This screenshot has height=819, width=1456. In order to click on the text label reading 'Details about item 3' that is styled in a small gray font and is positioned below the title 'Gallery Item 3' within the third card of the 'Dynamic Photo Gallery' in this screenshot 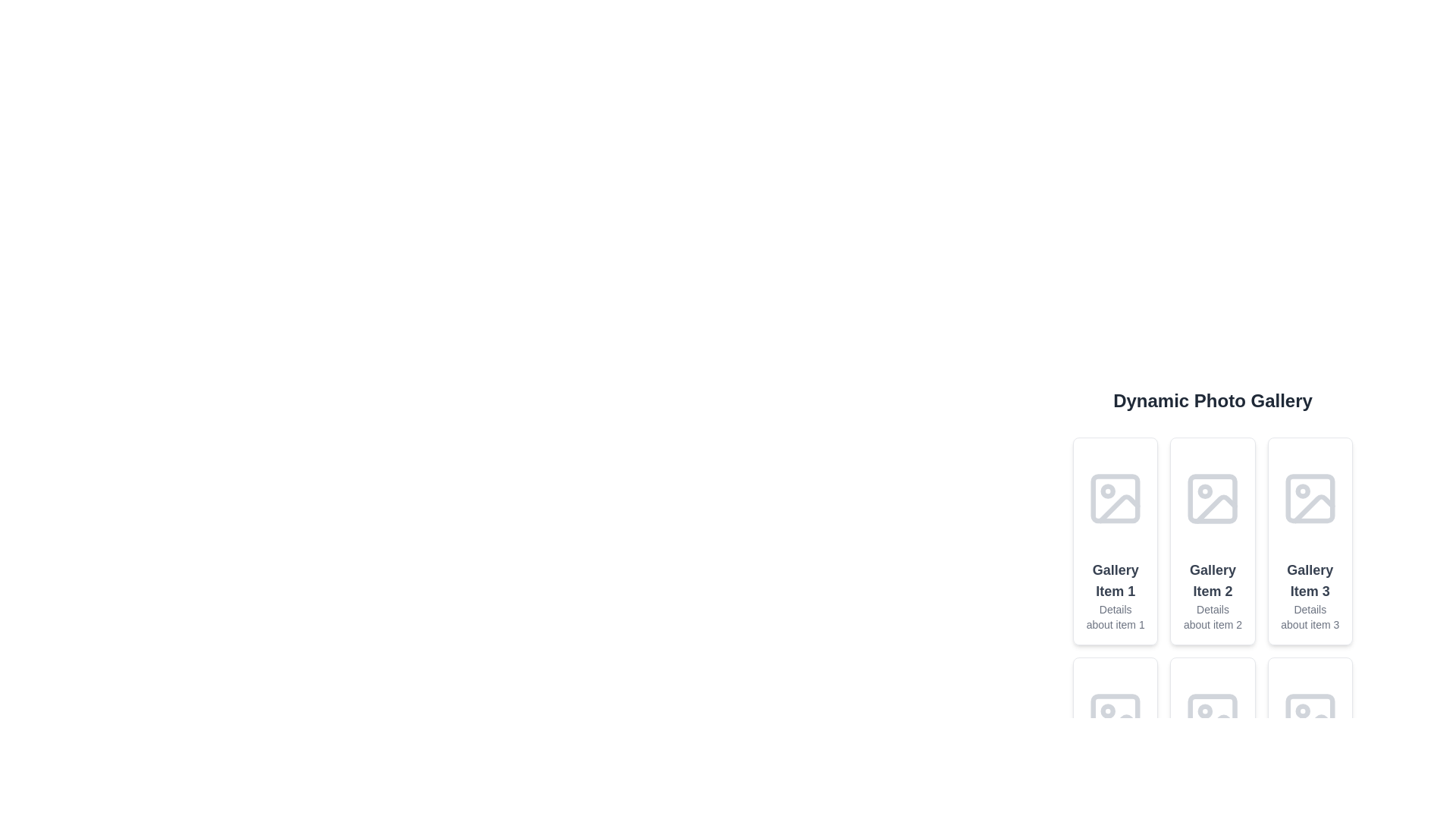, I will do `click(1309, 617)`.